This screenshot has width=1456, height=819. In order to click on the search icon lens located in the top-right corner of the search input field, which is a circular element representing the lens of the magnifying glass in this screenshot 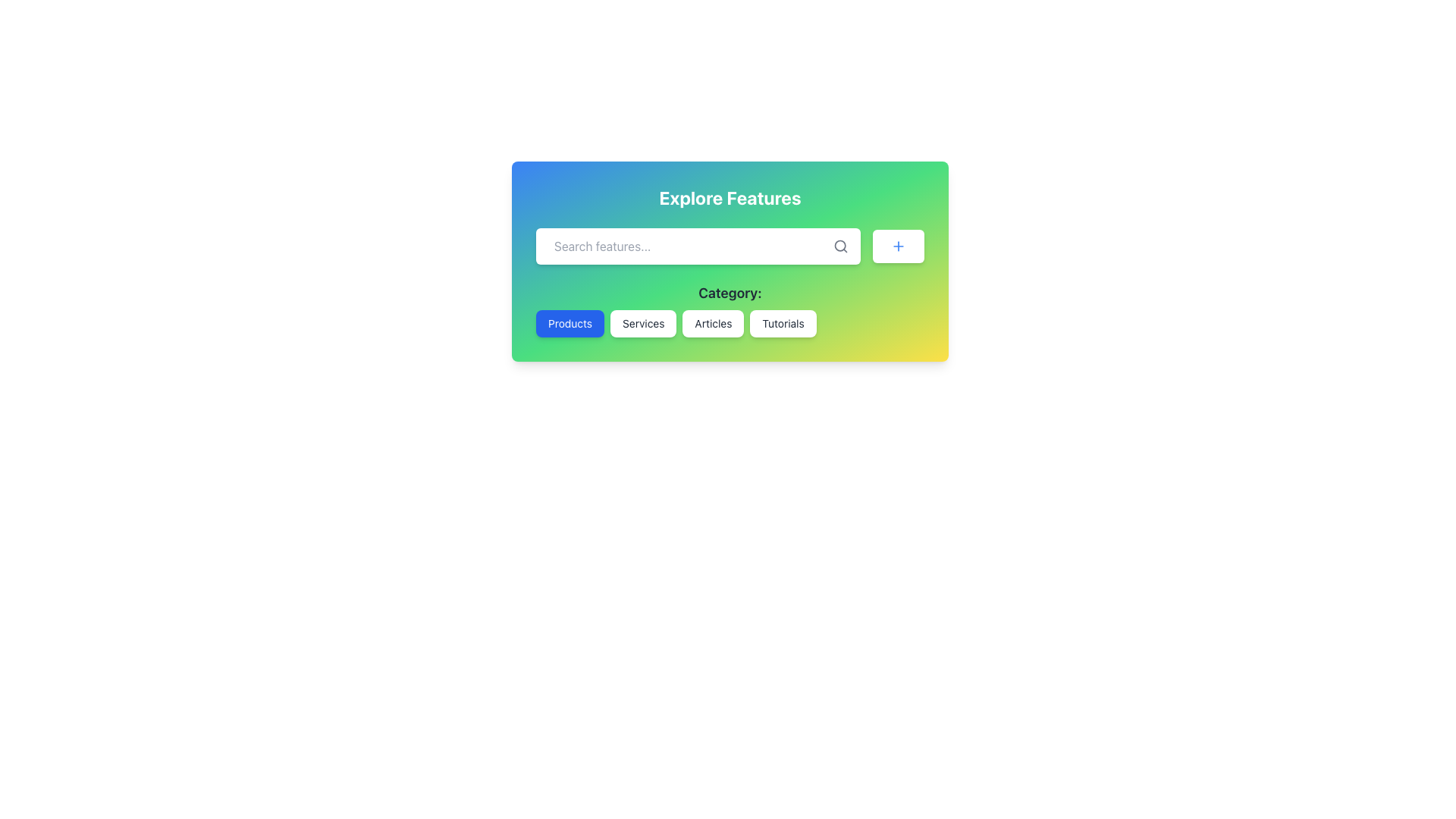, I will do `click(839, 245)`.